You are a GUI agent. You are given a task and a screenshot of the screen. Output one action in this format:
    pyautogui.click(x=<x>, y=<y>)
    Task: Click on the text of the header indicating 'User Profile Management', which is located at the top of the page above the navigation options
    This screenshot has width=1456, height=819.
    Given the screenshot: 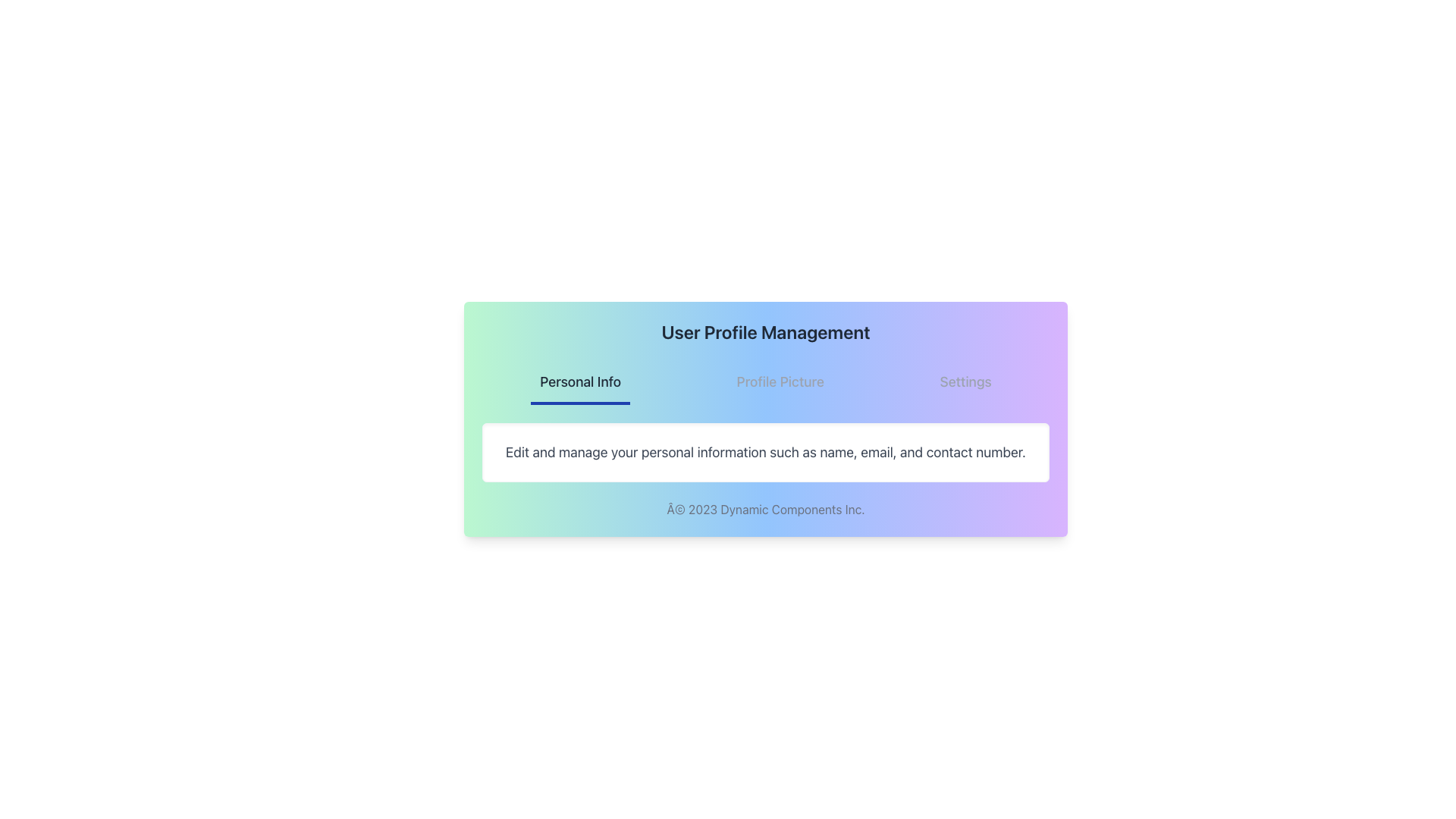 What is the action you would take?
    pyautogui.click(x=765, y=331)
    